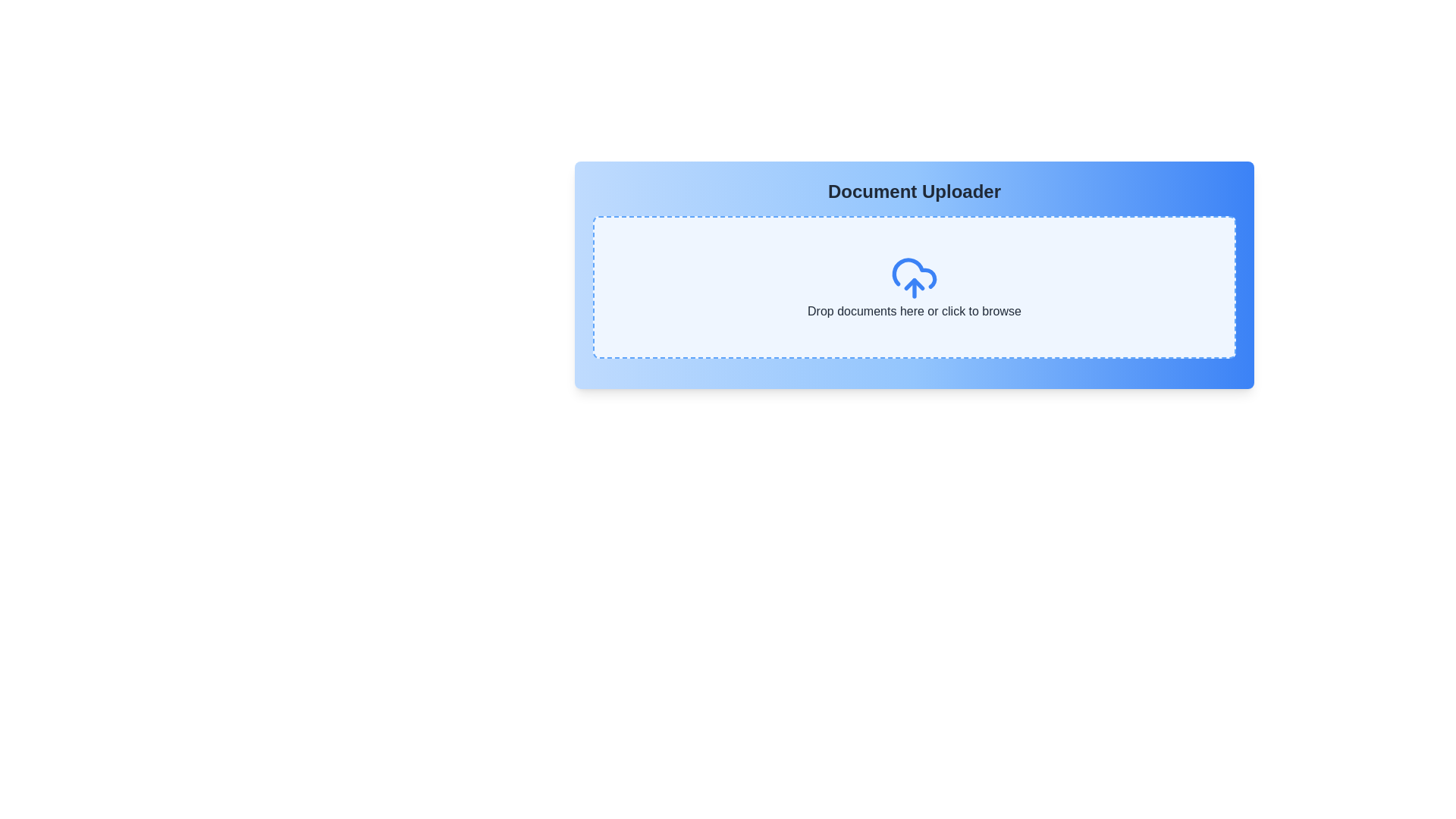 This screenshot has width=1456, height=819. I want to click on the 'Document Uploader' file upload area, which features a gradient background and a dashed-bordered inner box, so click(913, 275).